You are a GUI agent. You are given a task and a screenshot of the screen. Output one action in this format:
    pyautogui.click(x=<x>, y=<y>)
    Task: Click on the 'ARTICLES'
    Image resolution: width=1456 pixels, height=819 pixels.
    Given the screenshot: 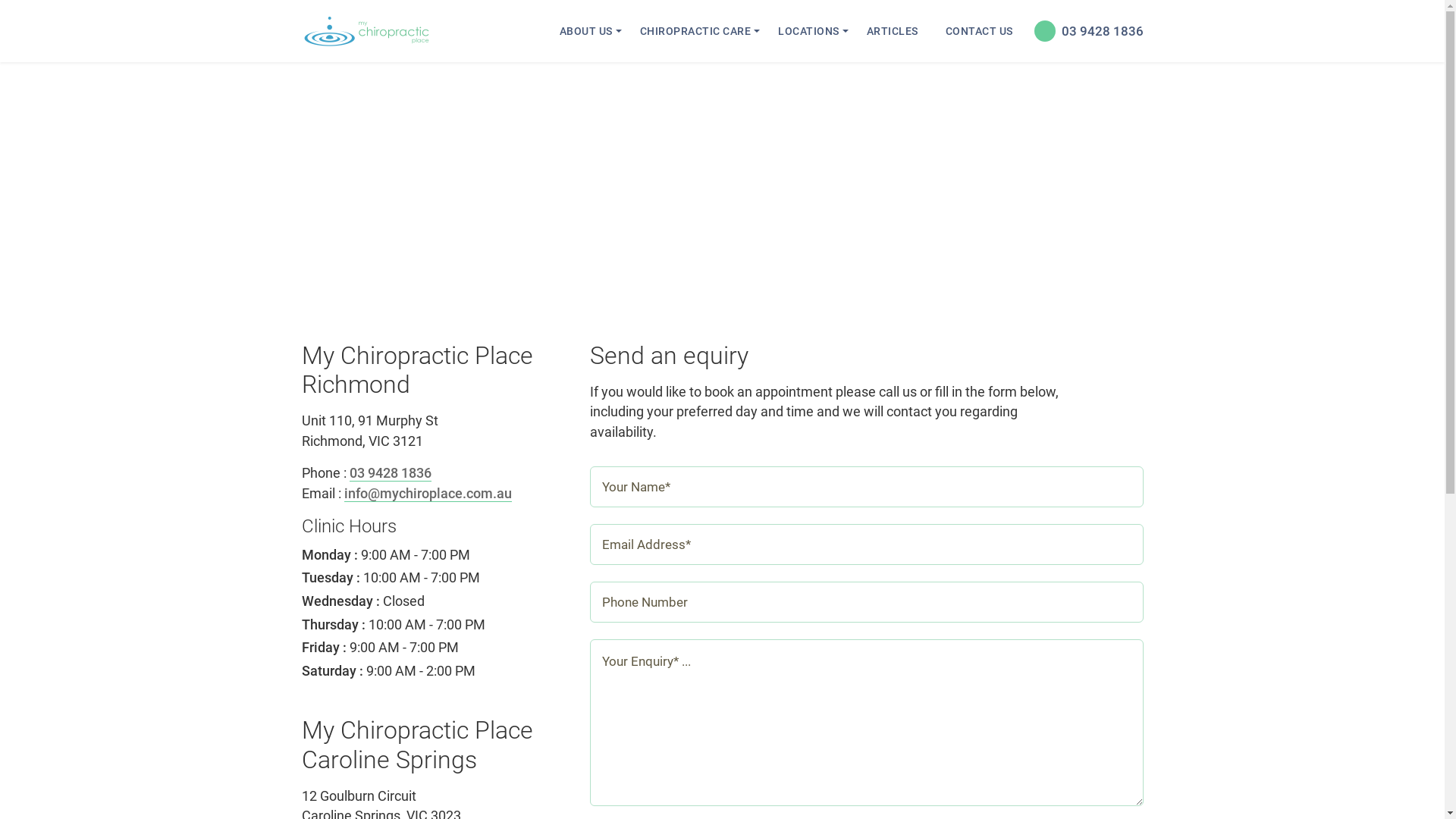 What is the action you would take?
    pyautogui.click(x=856, y=31)
    